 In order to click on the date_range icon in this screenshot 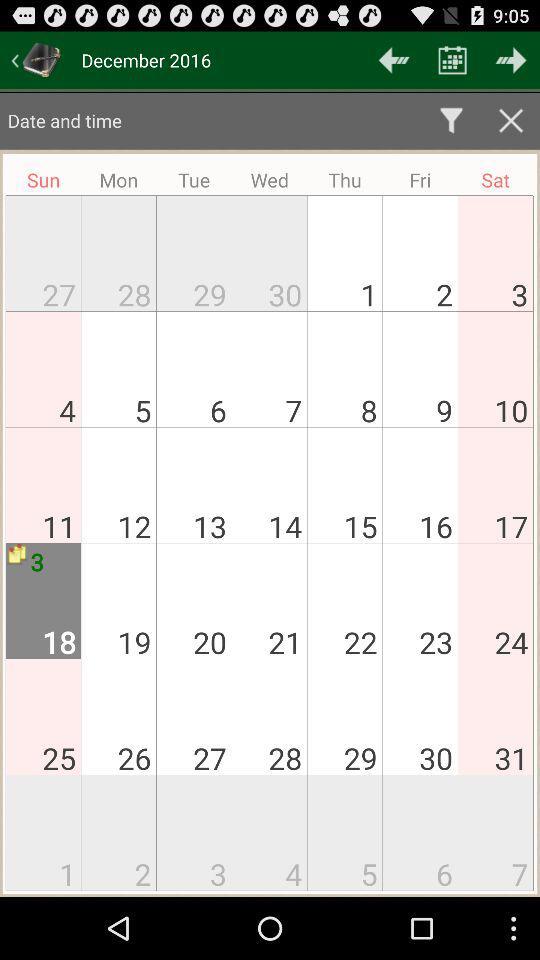, I will do `click(452, 64)`.